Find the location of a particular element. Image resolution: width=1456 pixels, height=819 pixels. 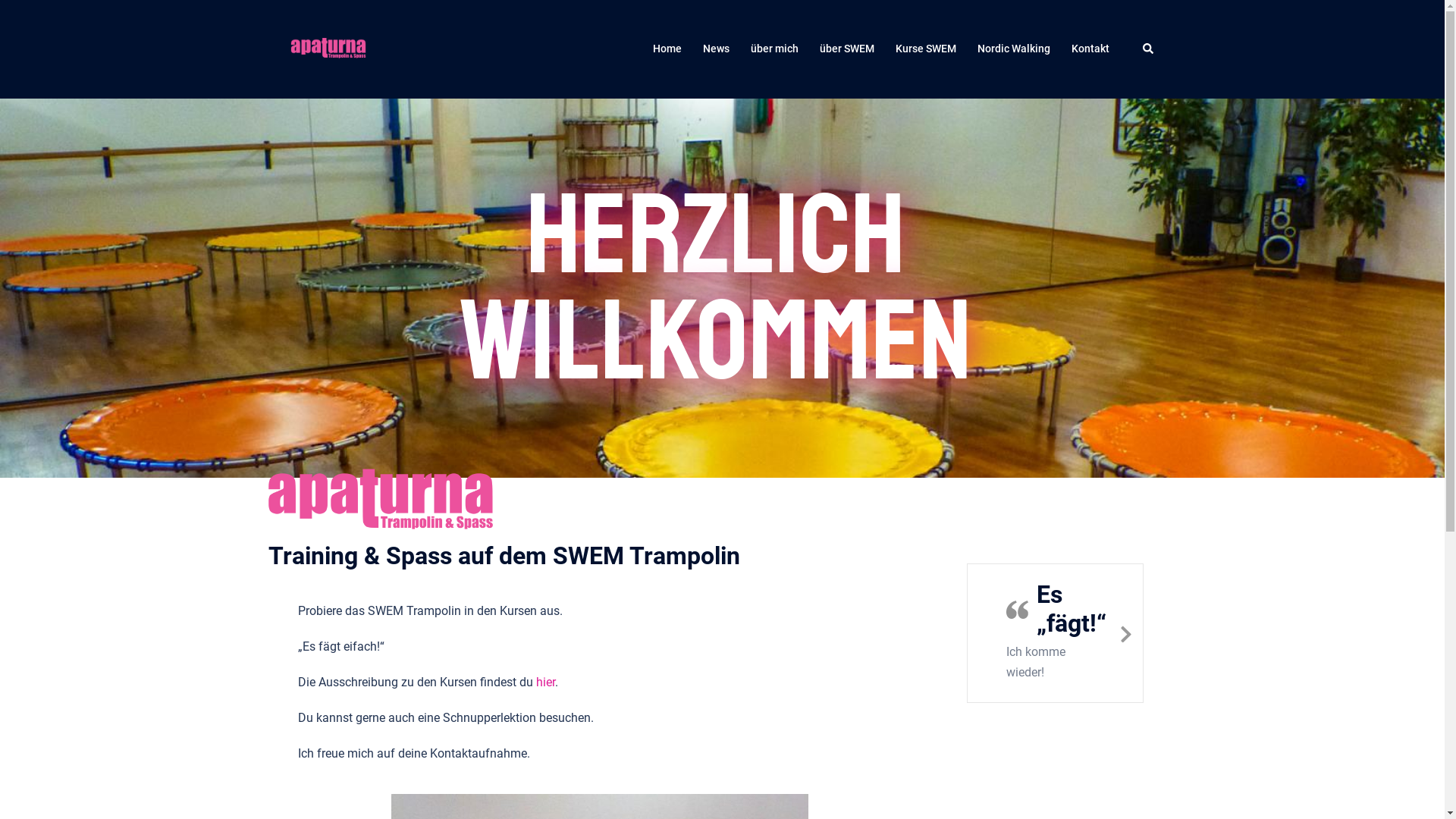

'hier' is located at coordinates (544, 681).